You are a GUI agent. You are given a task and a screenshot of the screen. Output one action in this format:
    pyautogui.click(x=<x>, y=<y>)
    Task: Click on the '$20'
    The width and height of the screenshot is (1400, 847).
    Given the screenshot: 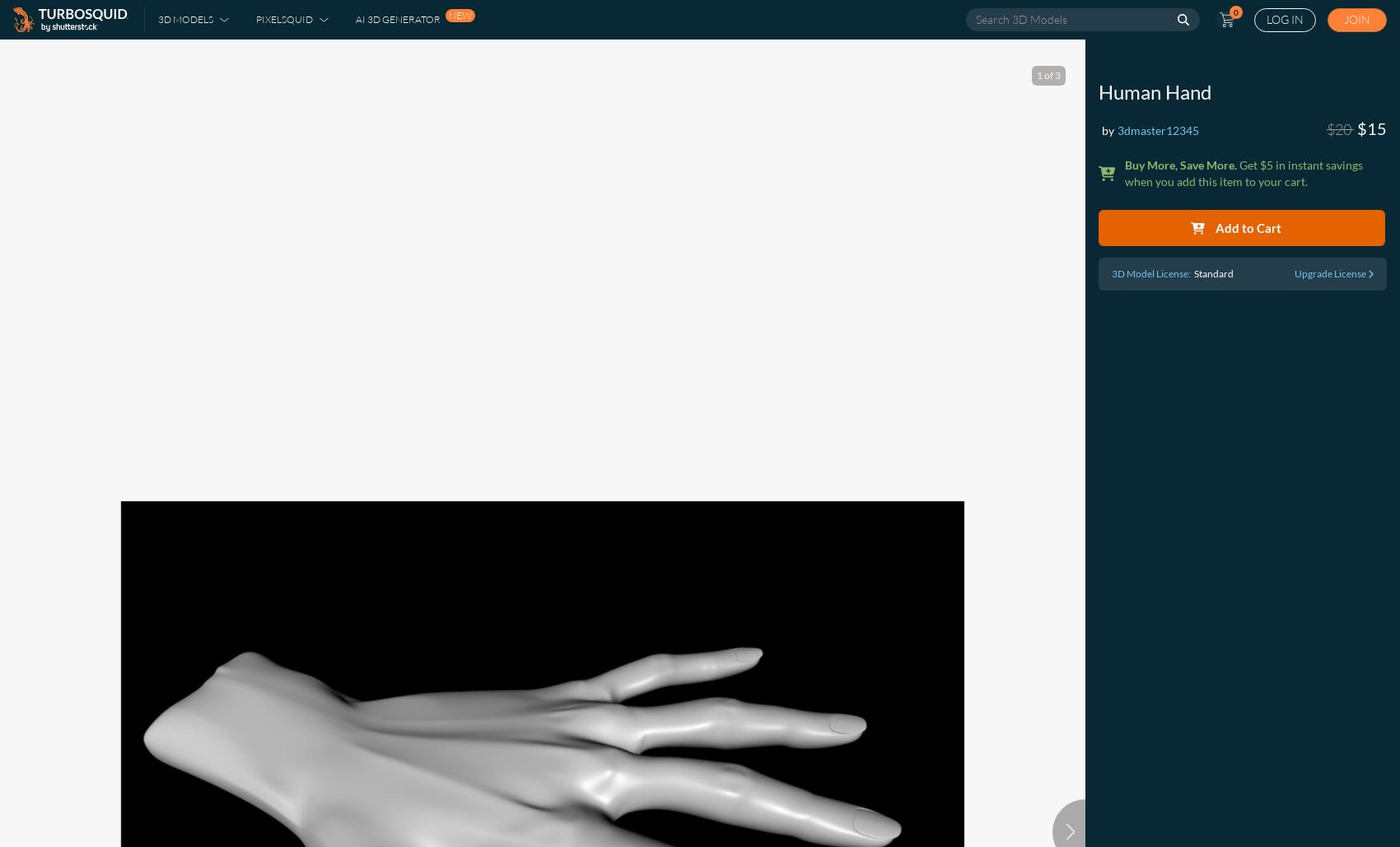 What is the action you would take?
    pyautogui.click(x=1339, y=129)
    